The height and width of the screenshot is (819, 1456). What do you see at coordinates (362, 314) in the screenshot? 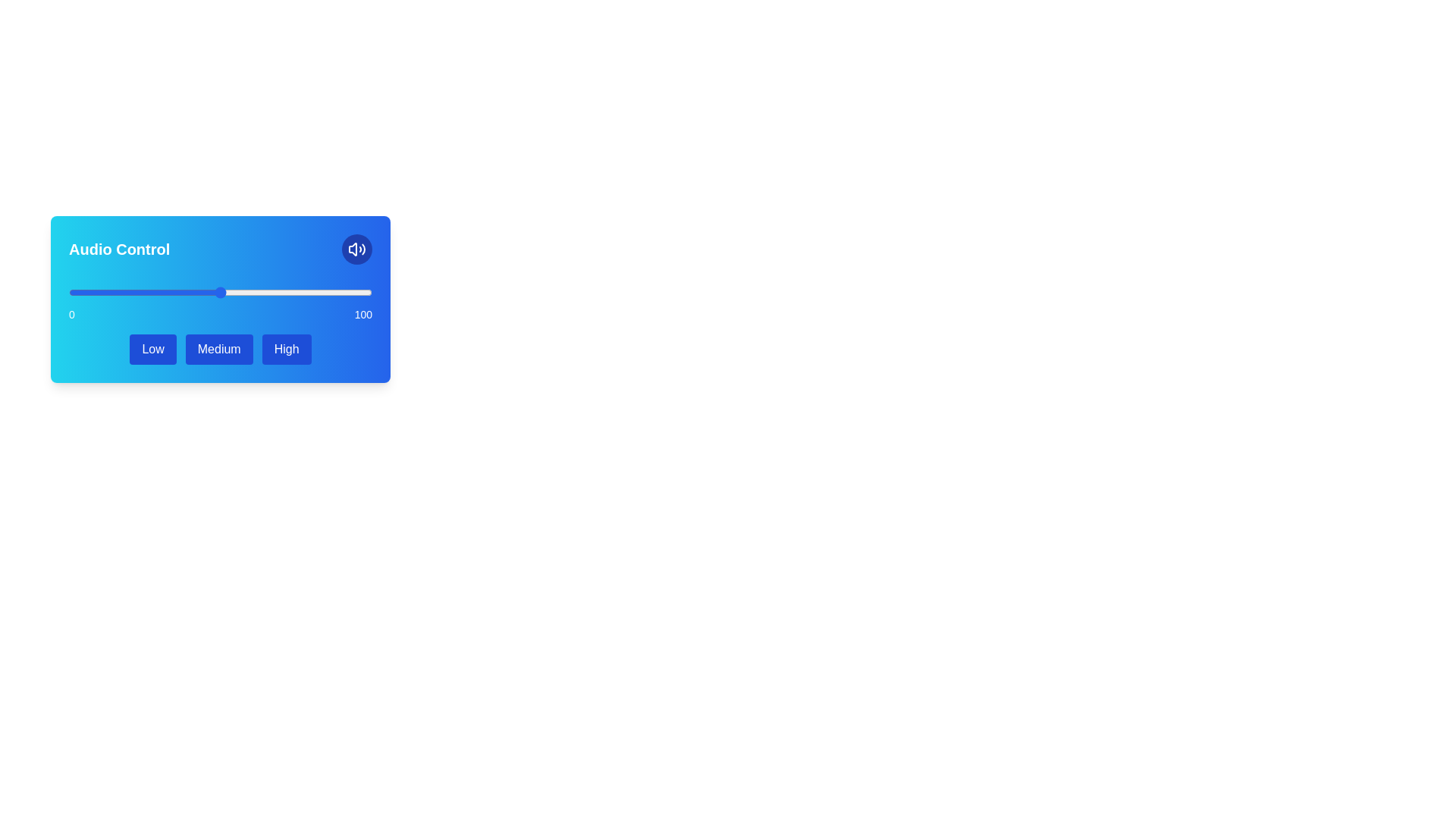
I see `the text label displaying '100', which is styled with white text on a blue background and positioned at the rightmost side of the audio control interface` at bounding box center [362, 314].